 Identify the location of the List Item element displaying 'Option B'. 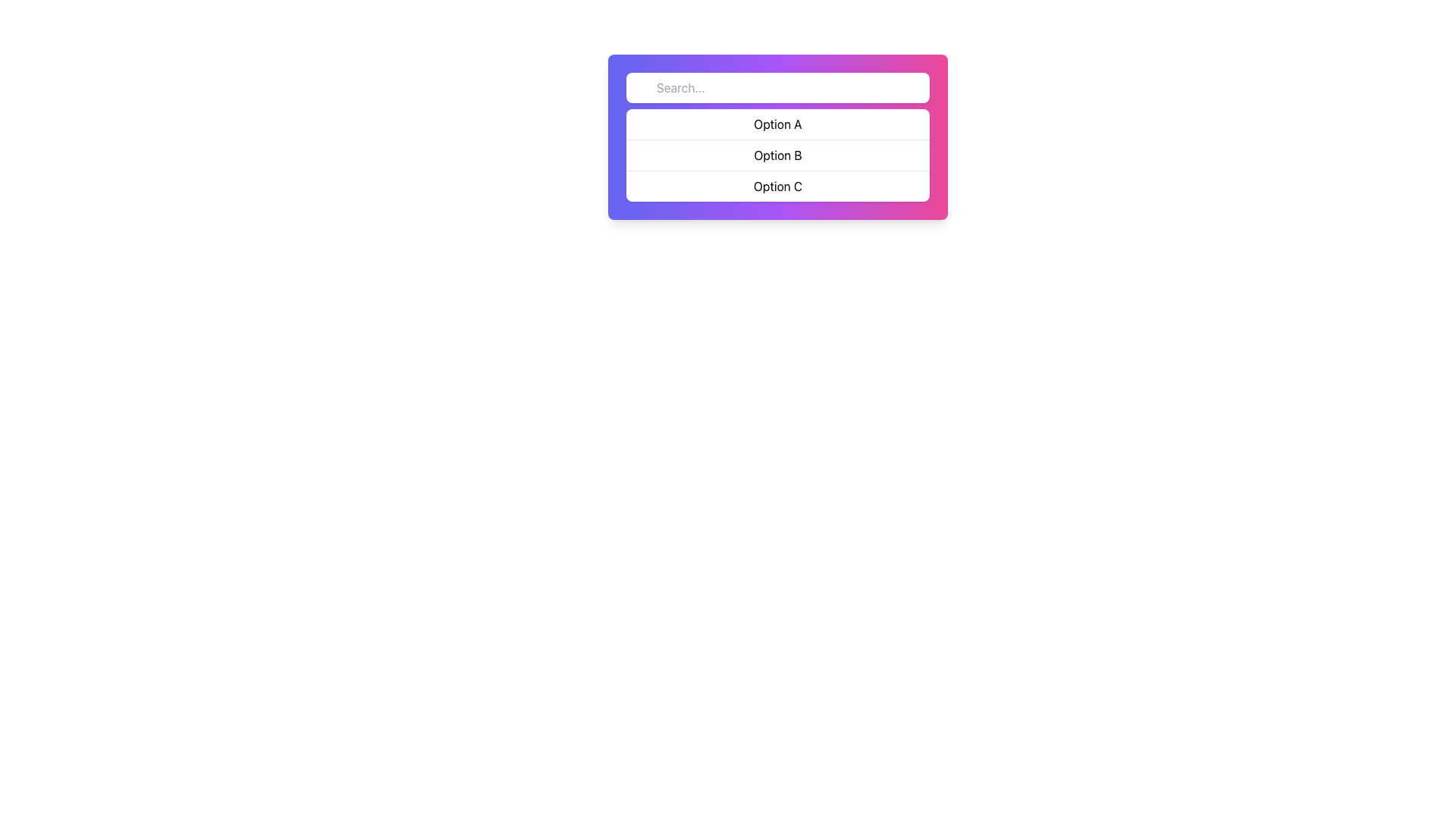
(778, 155).